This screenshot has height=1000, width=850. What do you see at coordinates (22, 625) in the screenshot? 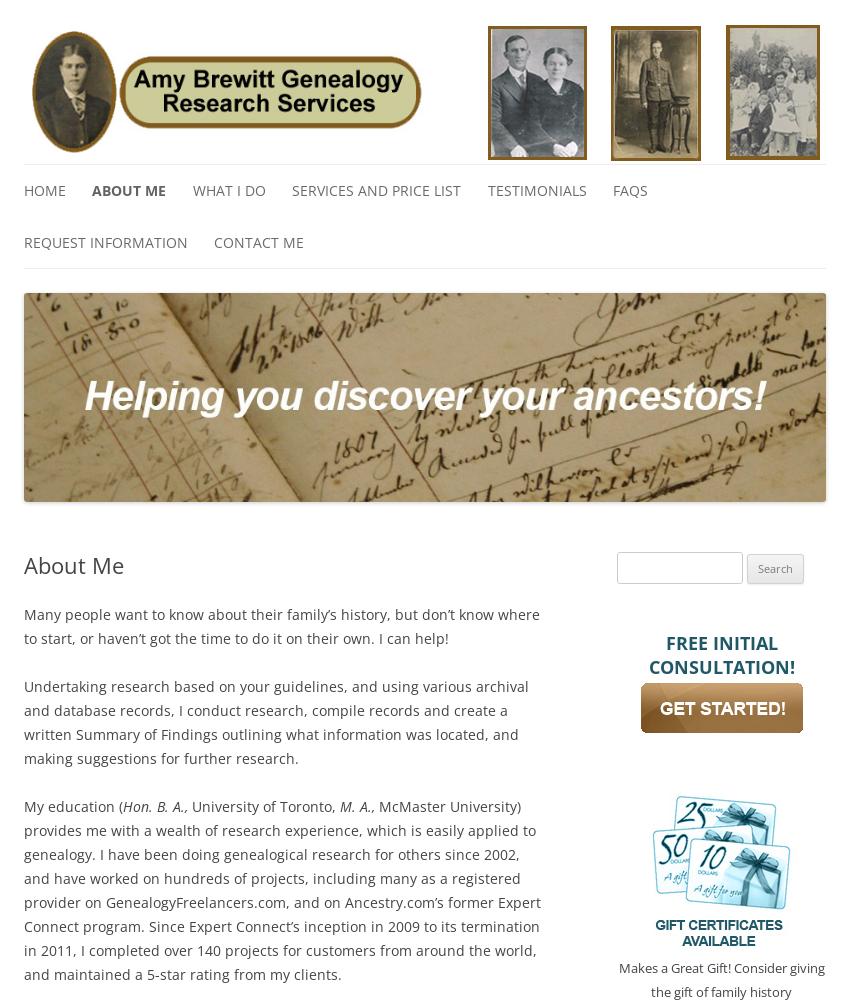
I see `'Many people want to know about their family’s history, but don’t know where to start, or haven’t got the time to do it on their own. I can help!'` at bounding box center [22, 625].